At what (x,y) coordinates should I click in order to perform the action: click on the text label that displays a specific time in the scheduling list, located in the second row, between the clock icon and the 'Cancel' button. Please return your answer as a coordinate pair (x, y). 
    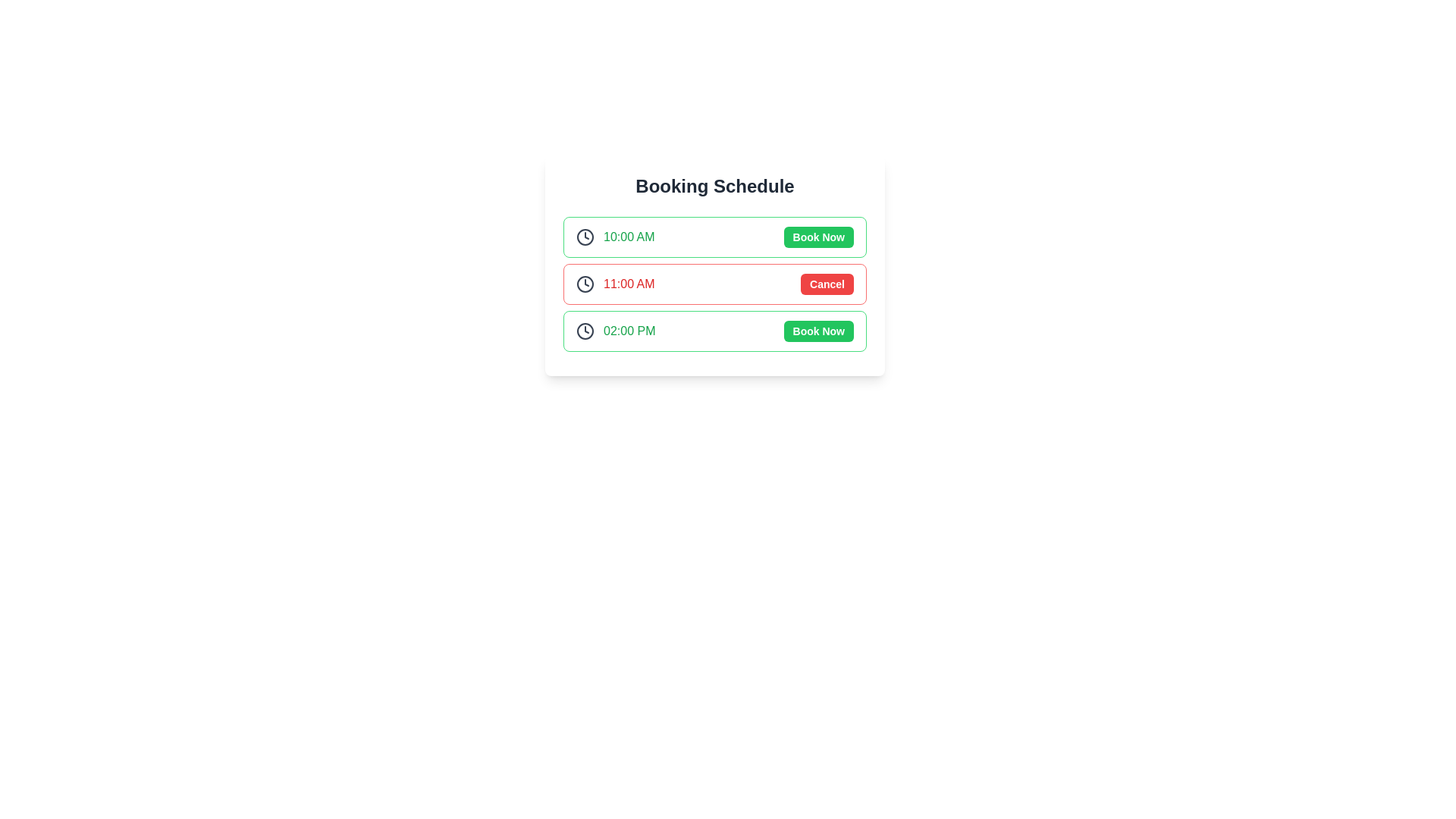
    Looking at the image, I should click on (615, 284).